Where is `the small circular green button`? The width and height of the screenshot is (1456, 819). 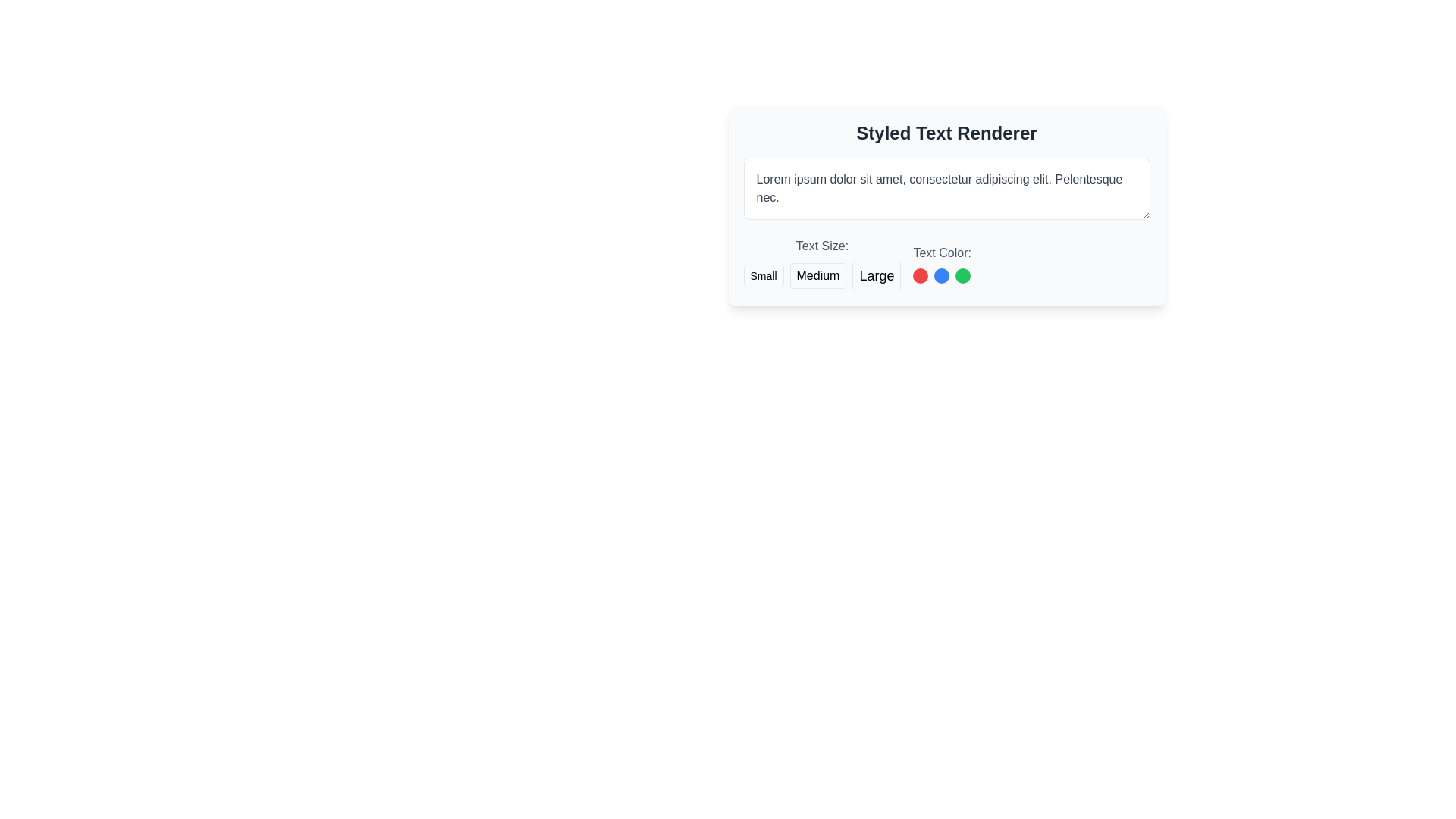 the small circular green button is located at coordinates (962, 275).